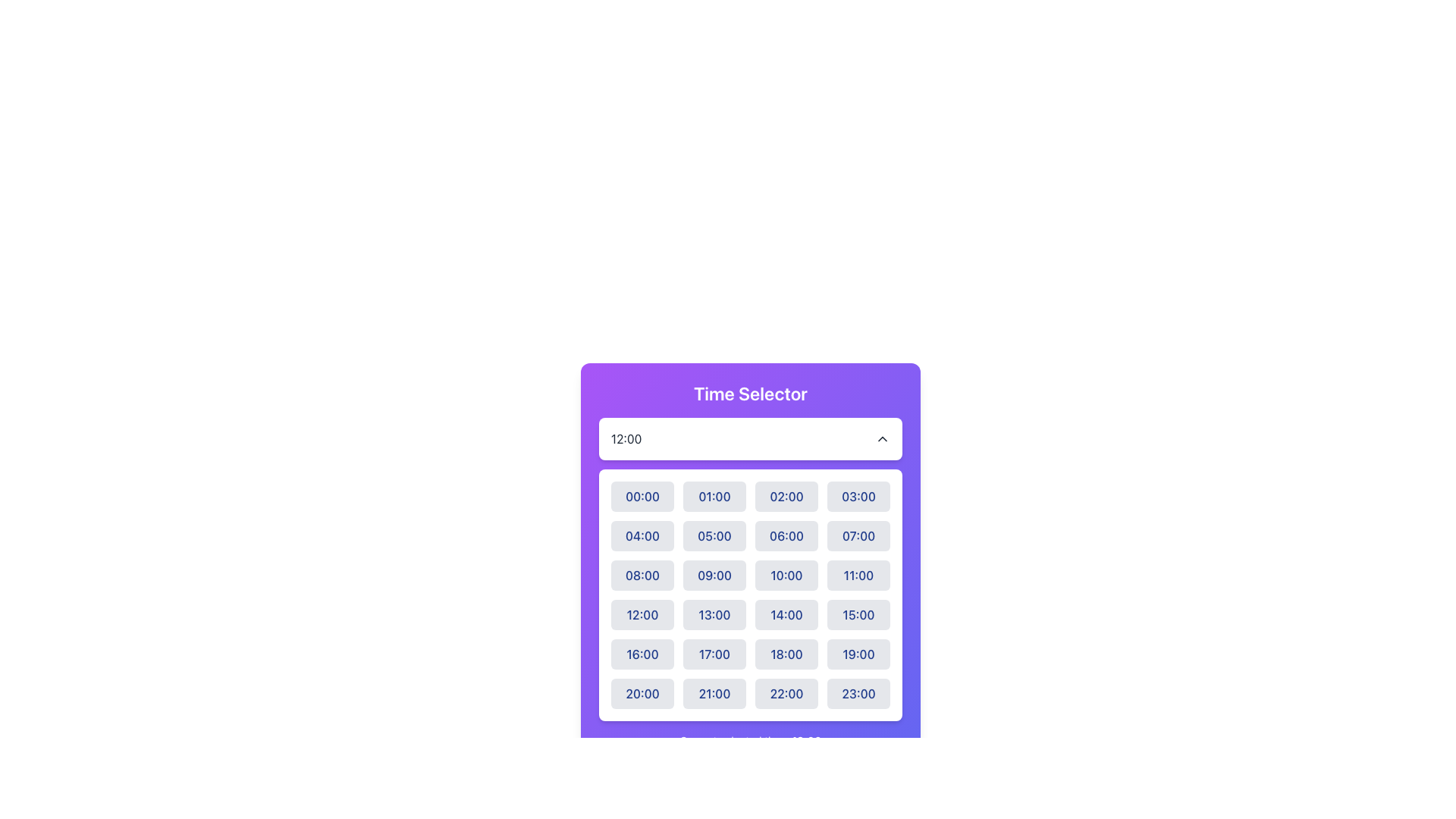 The image size is (1456, 819). What do you see at coordinates (858, 614) in the screenshot?
I see `the rectangular button with light gray background and bold blue text '15:00' located in the fourth column of the fourth row in the time selector grid` at bounding box center [858, 614].